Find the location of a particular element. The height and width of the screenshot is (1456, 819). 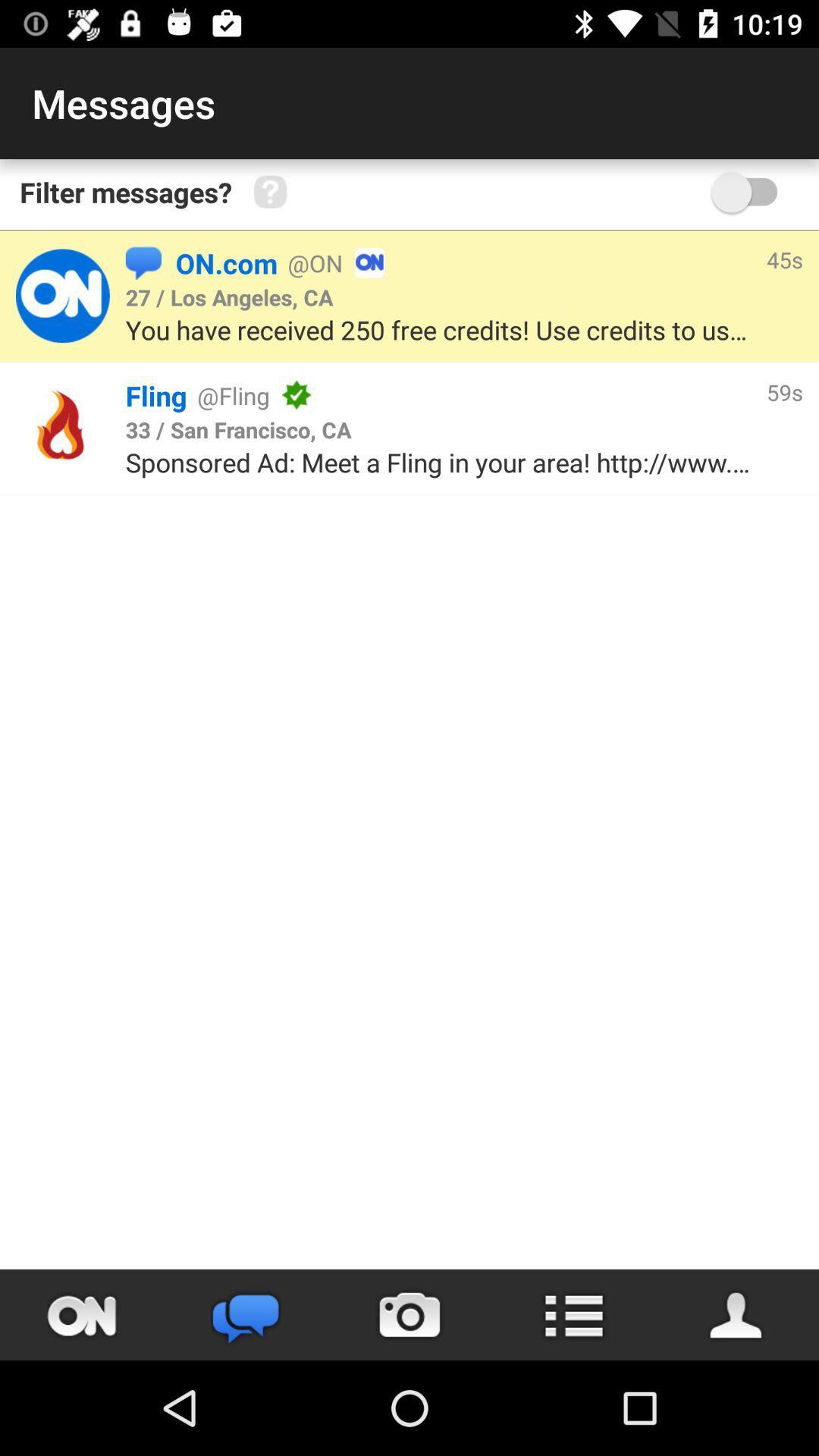

filter messages is located at coordinates (752, 191).